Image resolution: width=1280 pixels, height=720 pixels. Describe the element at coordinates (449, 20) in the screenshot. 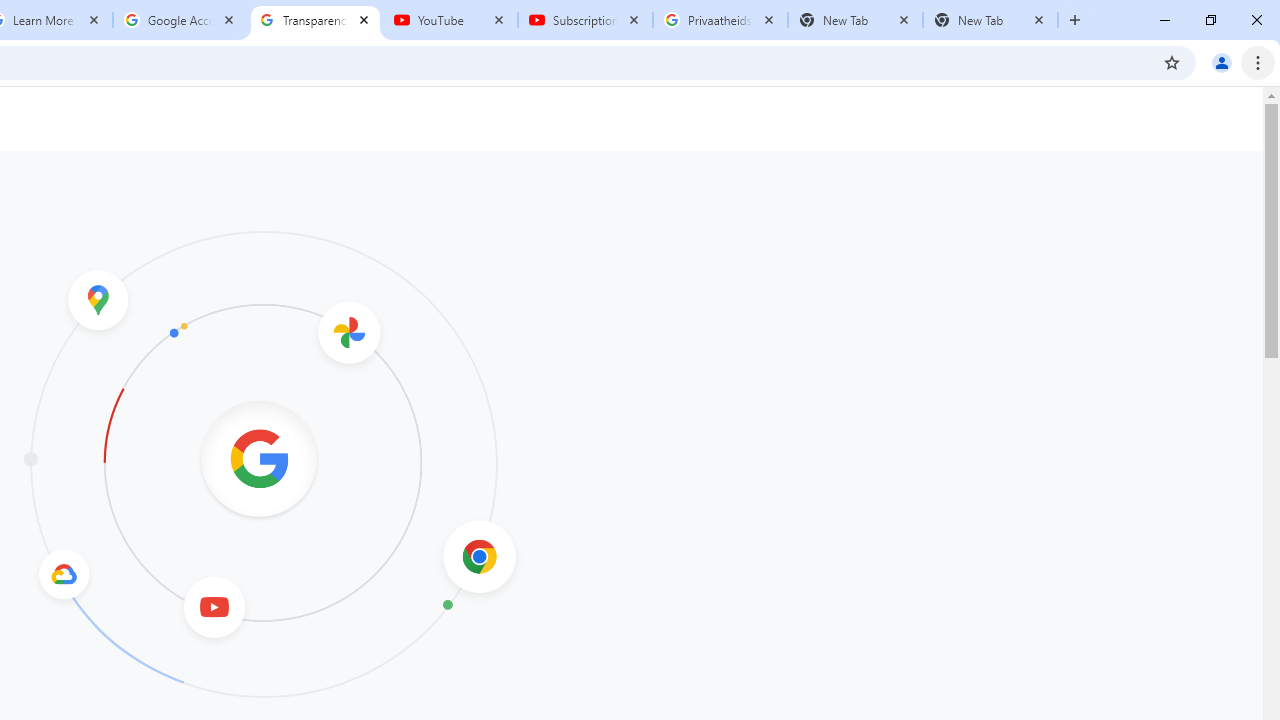

I see `'YouTube'` at that location.